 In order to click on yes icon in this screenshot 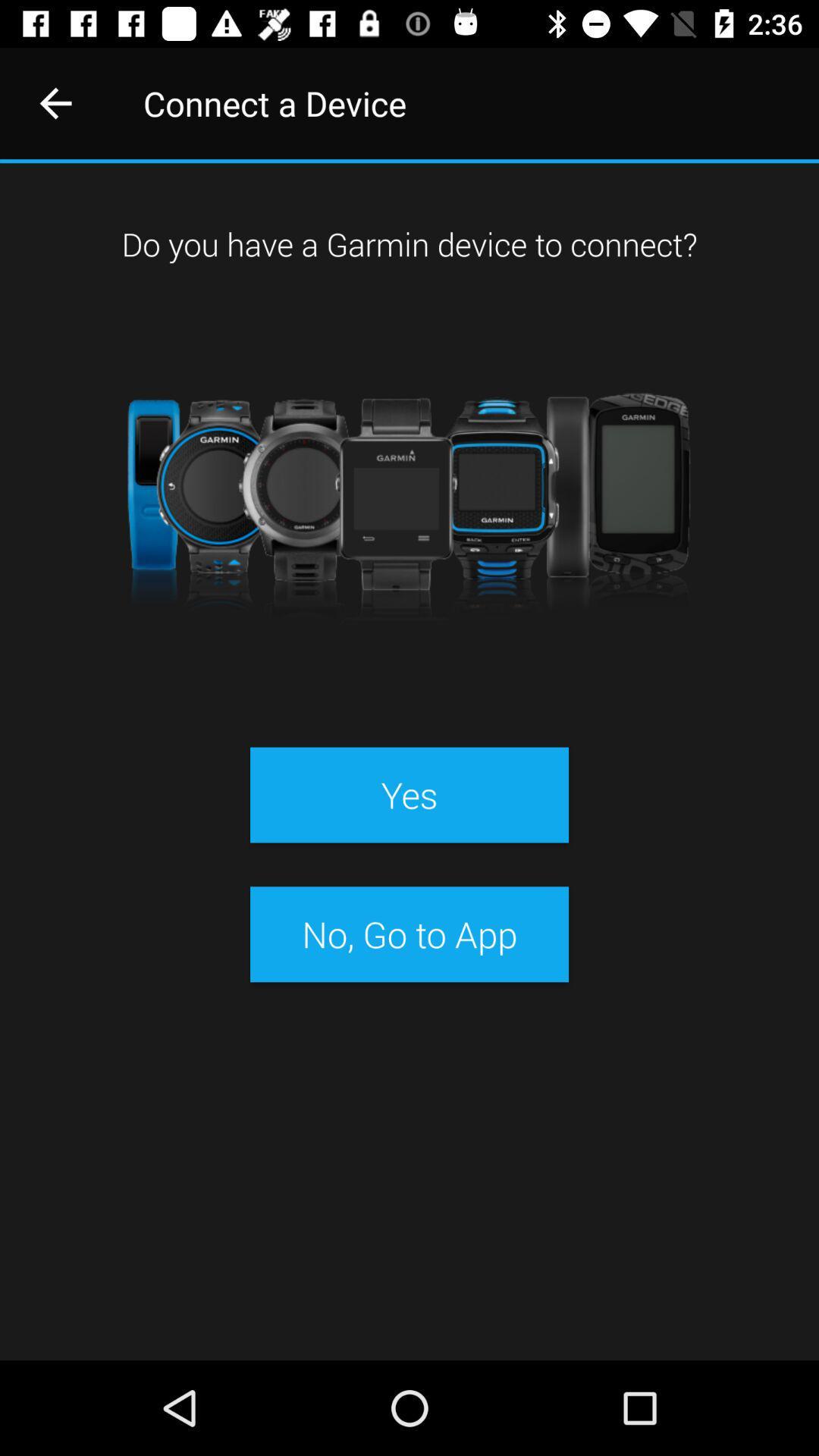, I will do `click(409, 794)`.